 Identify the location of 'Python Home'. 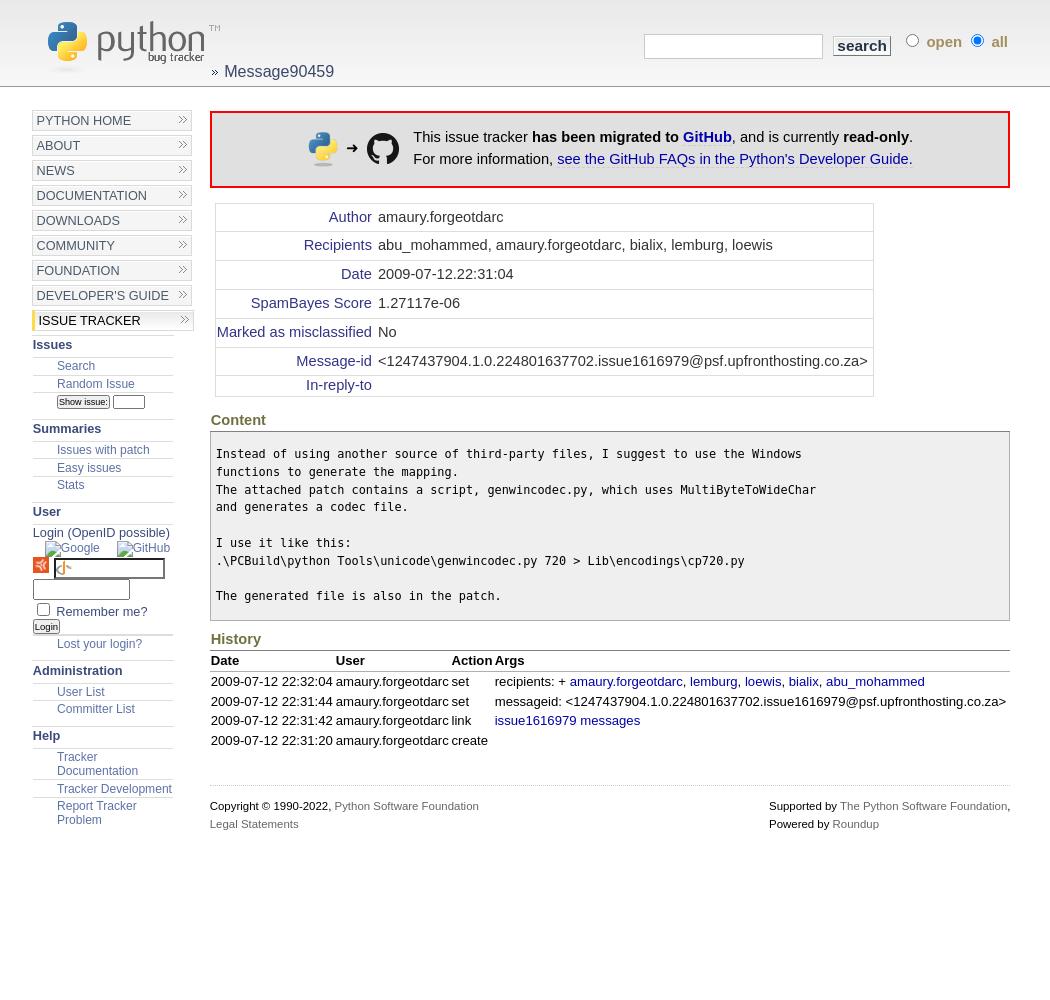
(83, 119).